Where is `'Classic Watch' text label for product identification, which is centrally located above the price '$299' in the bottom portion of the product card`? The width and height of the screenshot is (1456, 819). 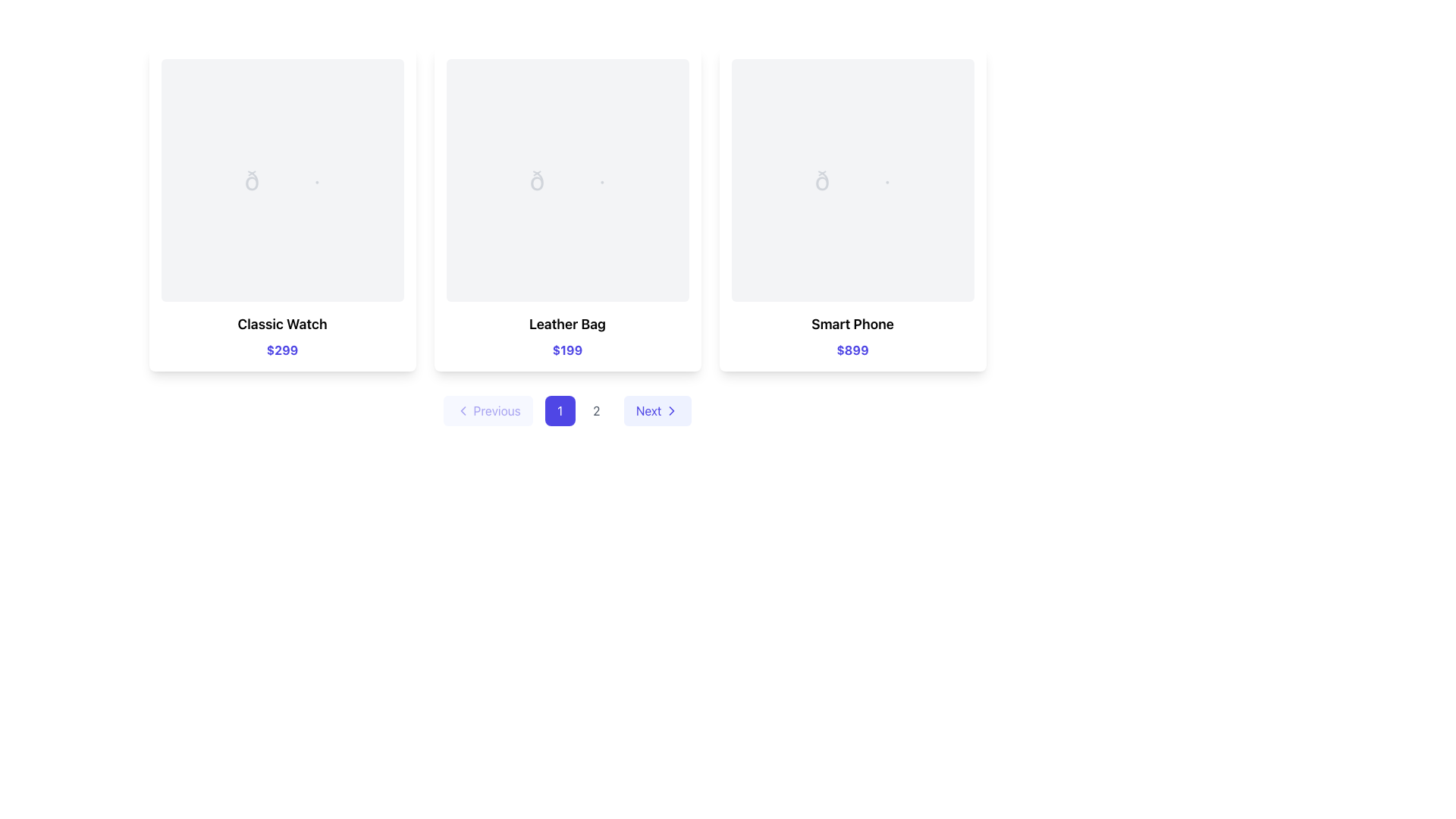
'Classic Watch' text label for product identification, which is centrally located above the price '$299' in the bottom portion of the product card is located at coordinates (282, 324).